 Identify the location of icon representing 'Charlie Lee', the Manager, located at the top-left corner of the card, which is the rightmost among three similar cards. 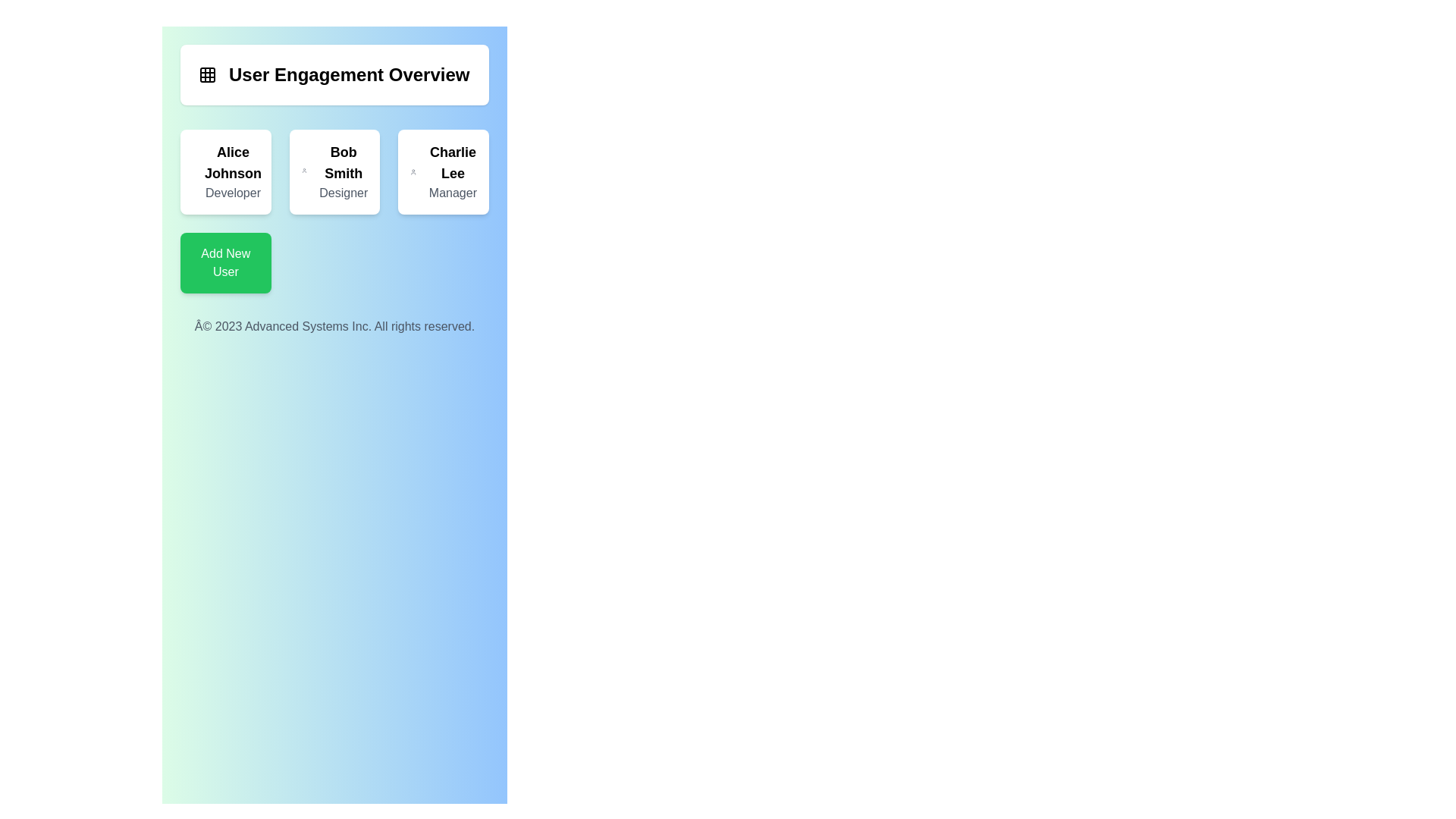
(413, 171).